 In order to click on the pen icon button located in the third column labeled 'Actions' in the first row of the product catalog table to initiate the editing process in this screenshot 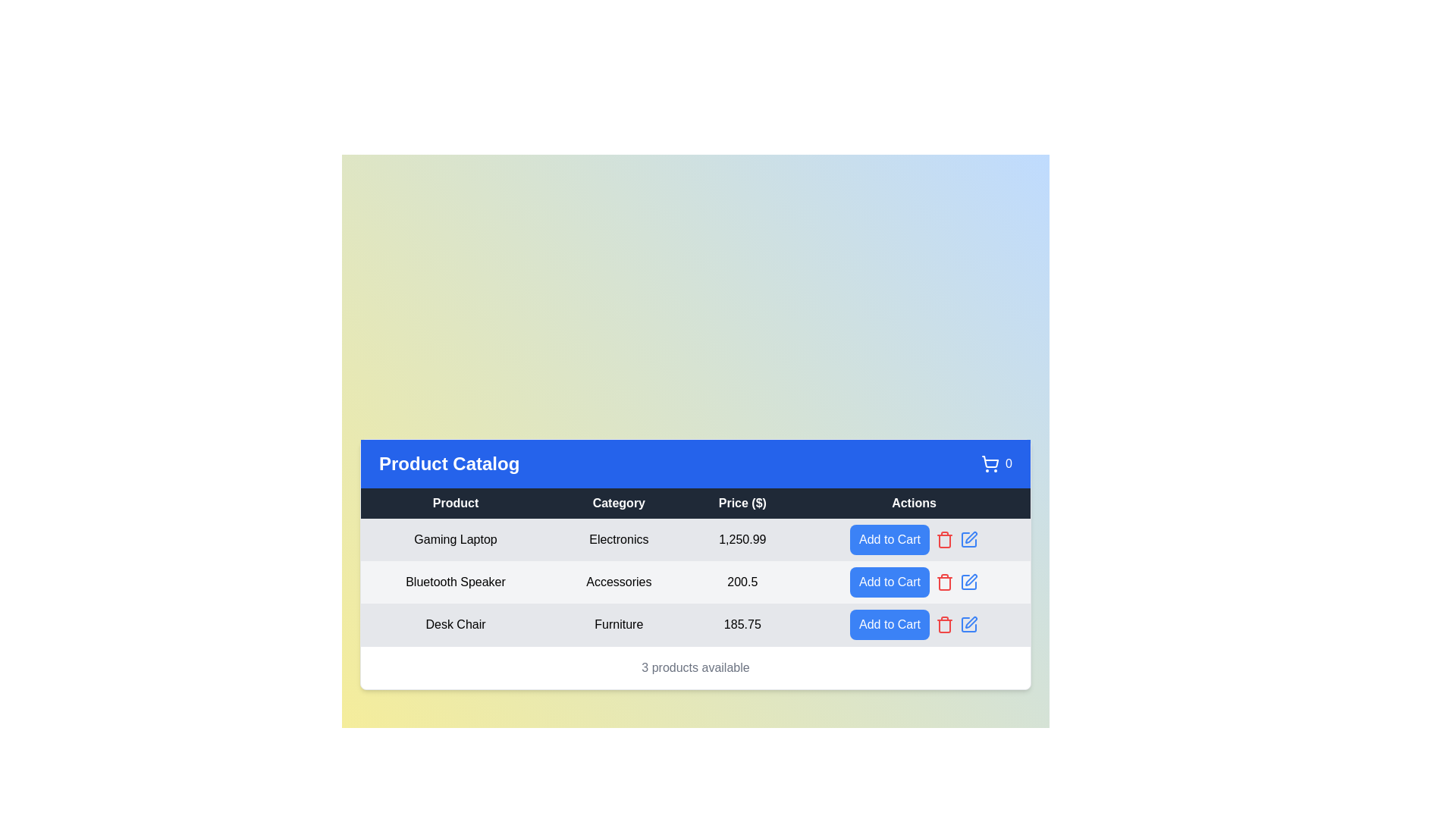, I will do `click(968, 538)`.